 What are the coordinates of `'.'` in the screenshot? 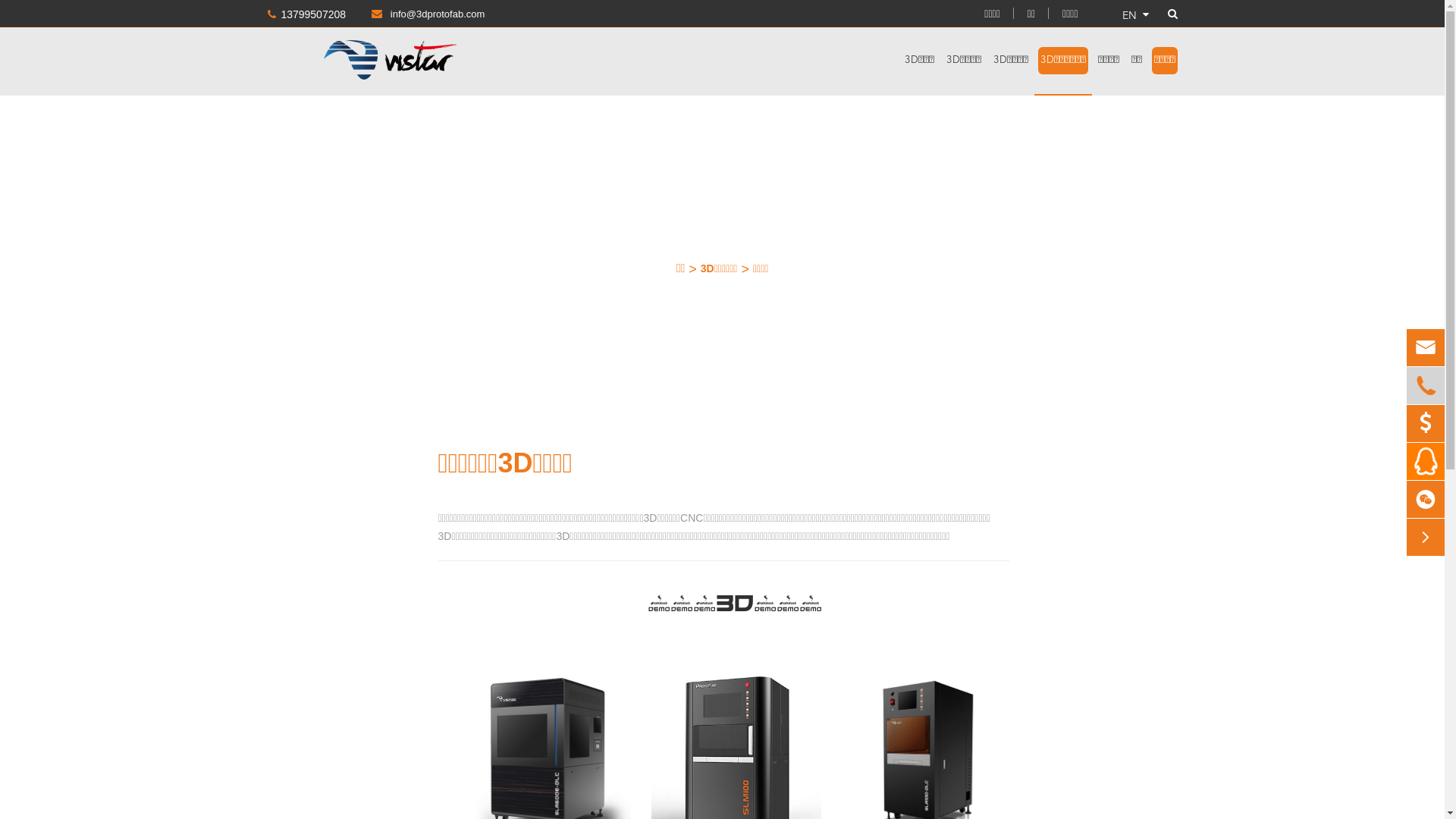 It's located at (1425, 460).